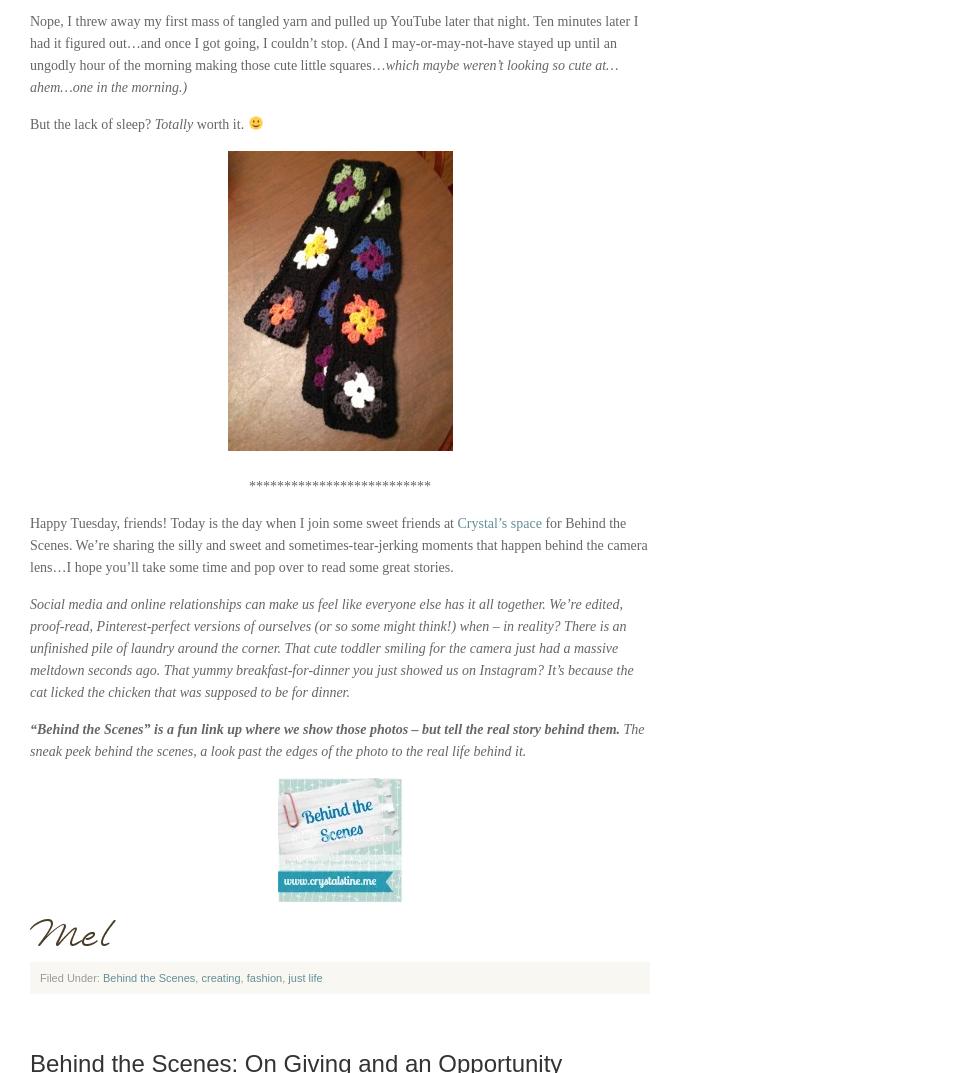  What do you see at coordinates (499, 522) in the screenshot?
I see `'Crystal’s space'` at bounding box center [499, 522].